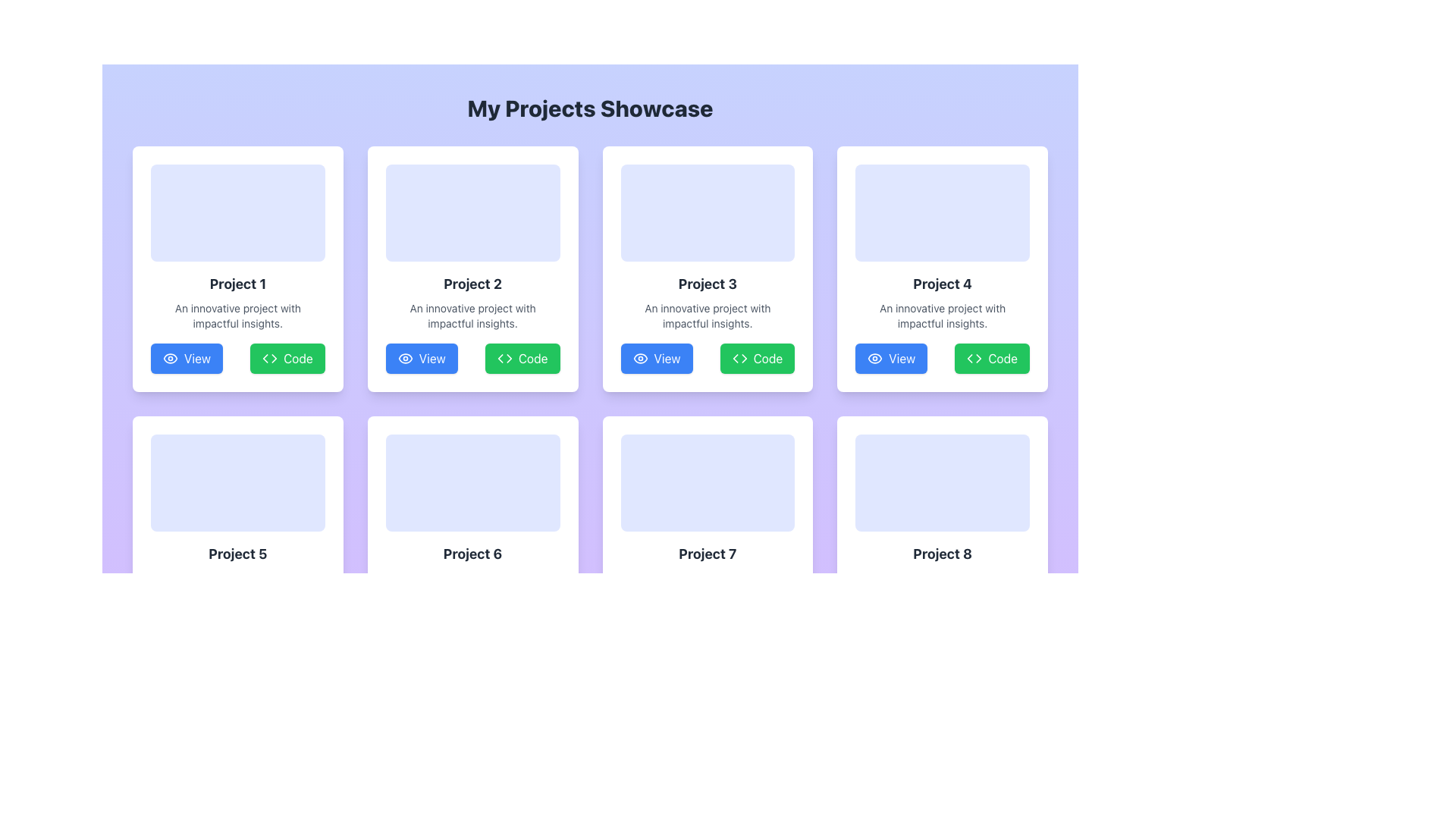 The image size is (1456, 819). I want to click on the 'View' icon located within the button below the 'Project 4' card, so click(875, 359).